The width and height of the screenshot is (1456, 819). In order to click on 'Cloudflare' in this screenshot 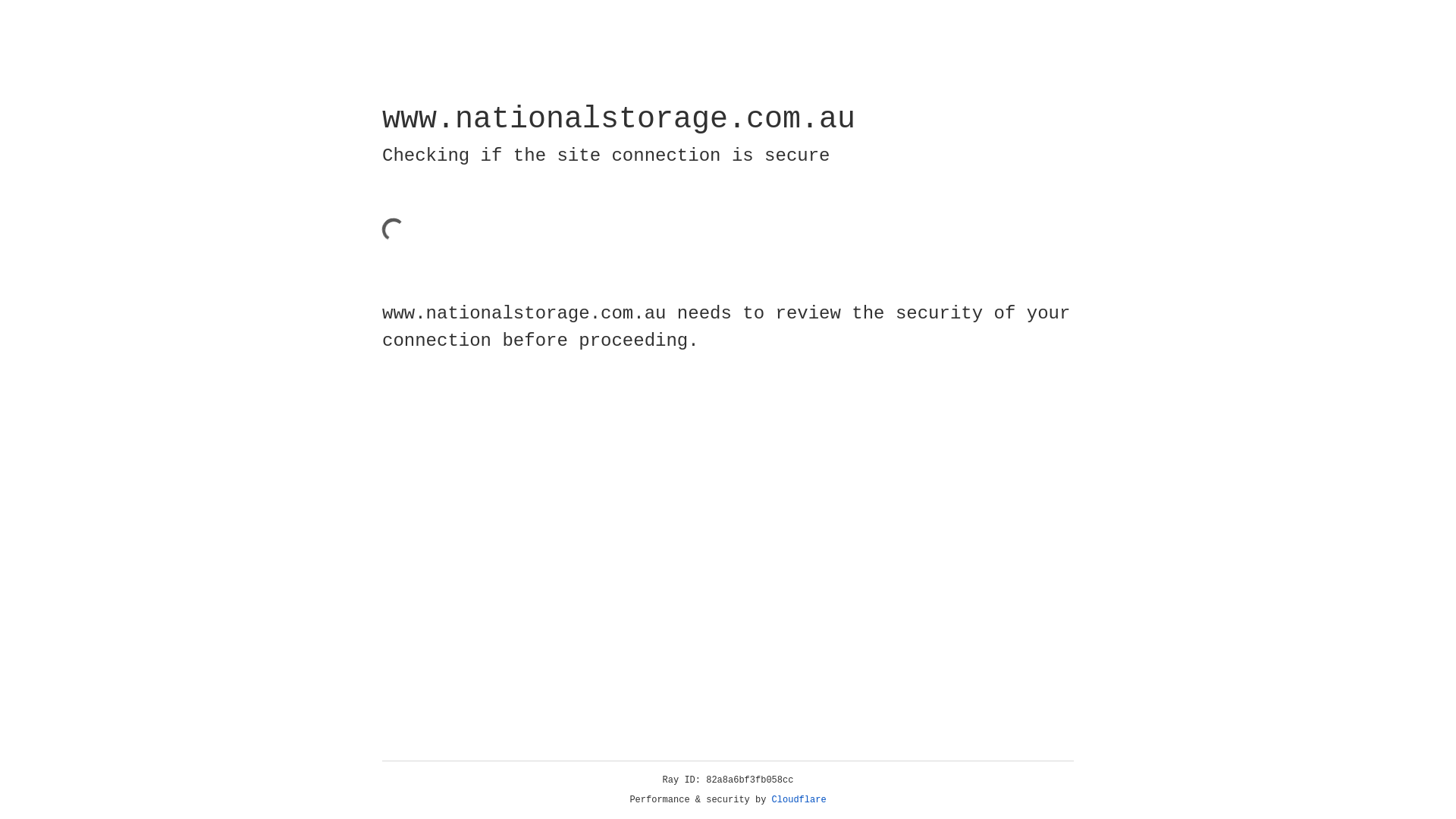, I will do `click(771, 799)`.